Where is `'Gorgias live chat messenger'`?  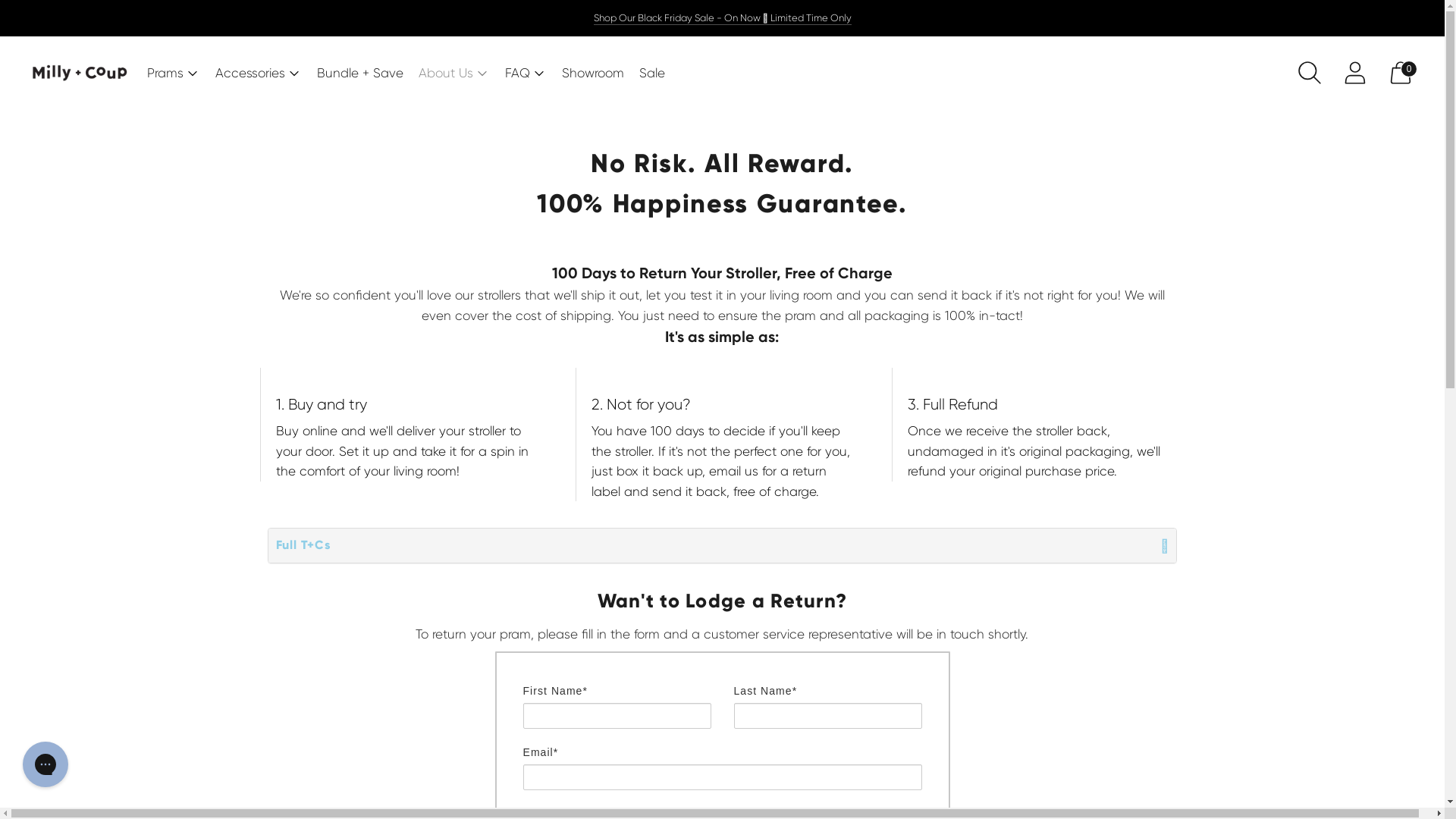 'Gorgias live chat messenger' is located at coordinates (45, 764).